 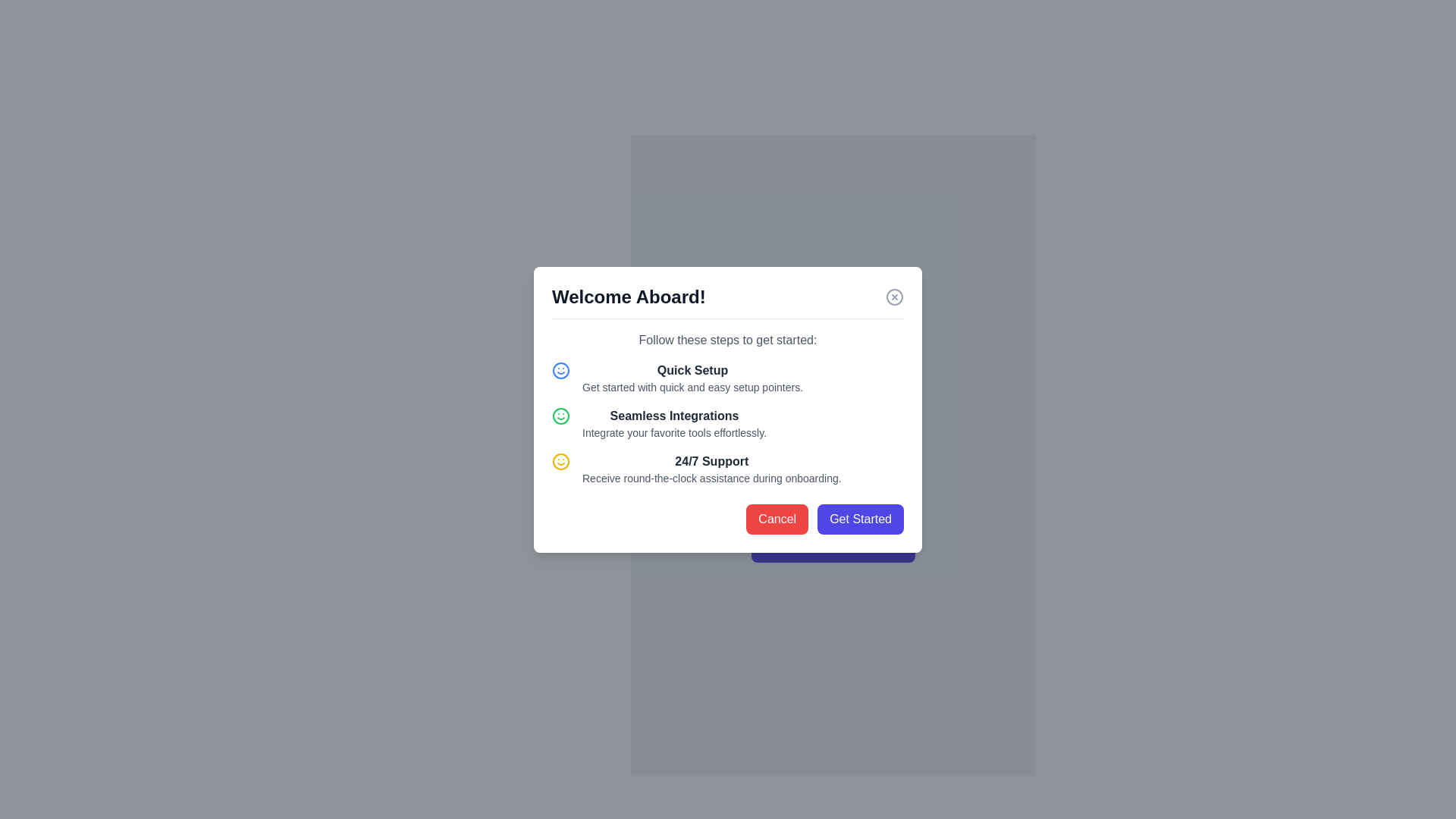 I want to click on the button located in the bottom-right corner of the modal window, positioned to the right of the 'Cancel' button, for keyboard navigation, so click(x=861, y=518).